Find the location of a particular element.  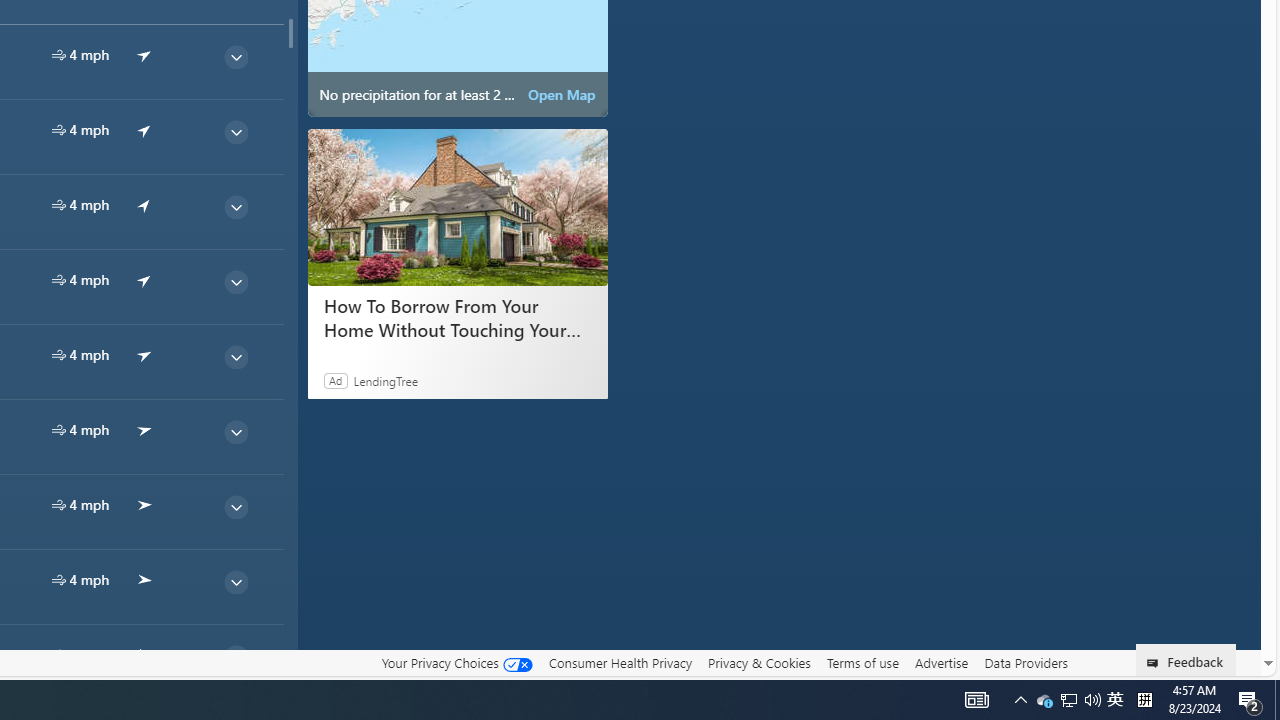

'Data Providers' is located at coordinates (1025, 662).